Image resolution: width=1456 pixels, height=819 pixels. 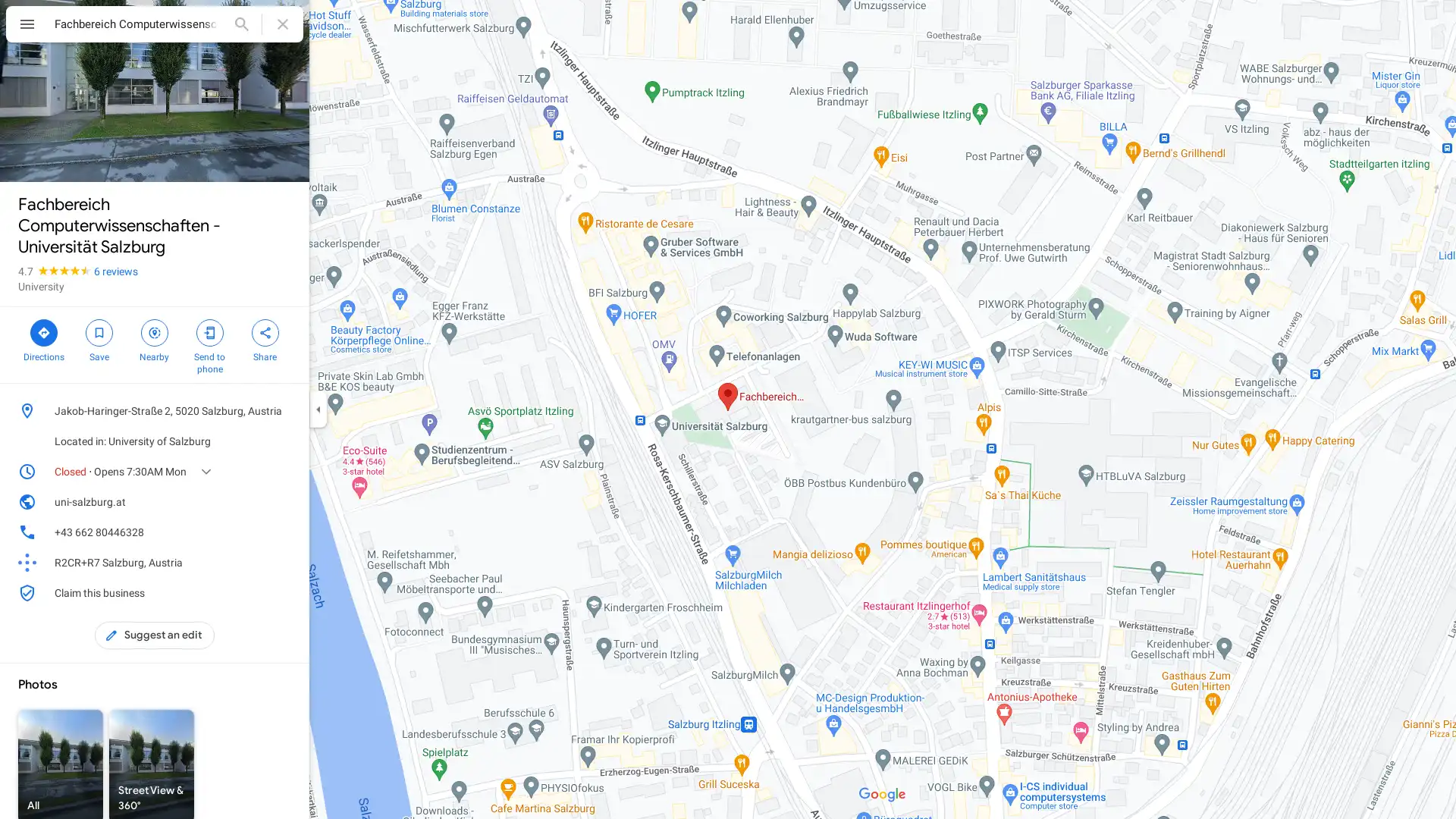 What do you see at coordinates (154, 338) in the screenshot?
I see `Search nearby Fachbereich Computerwissenschaften - Universitat Salzburg` at bounding box center [154, 338].